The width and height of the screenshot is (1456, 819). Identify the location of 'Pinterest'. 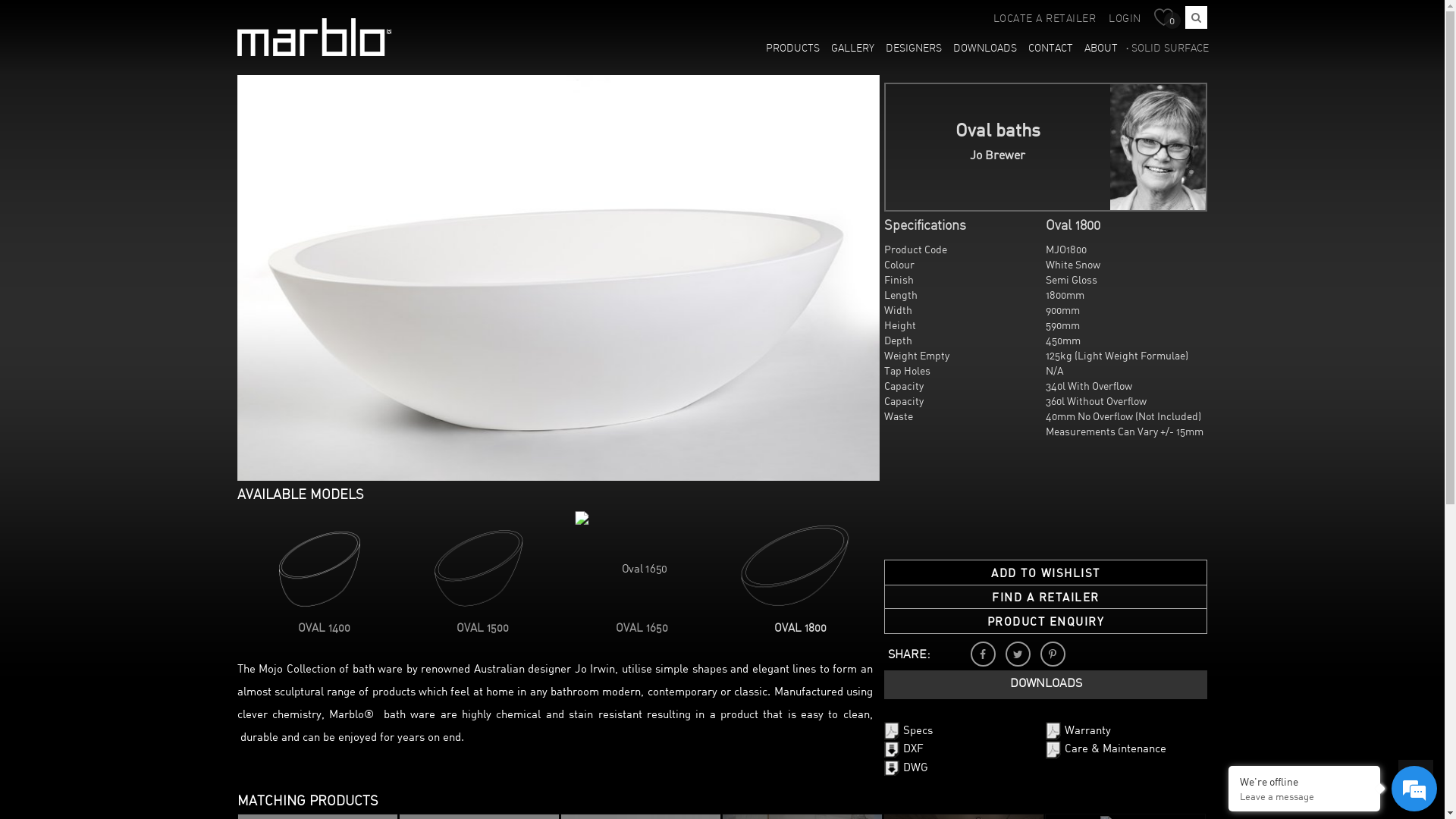
(1052, 653).